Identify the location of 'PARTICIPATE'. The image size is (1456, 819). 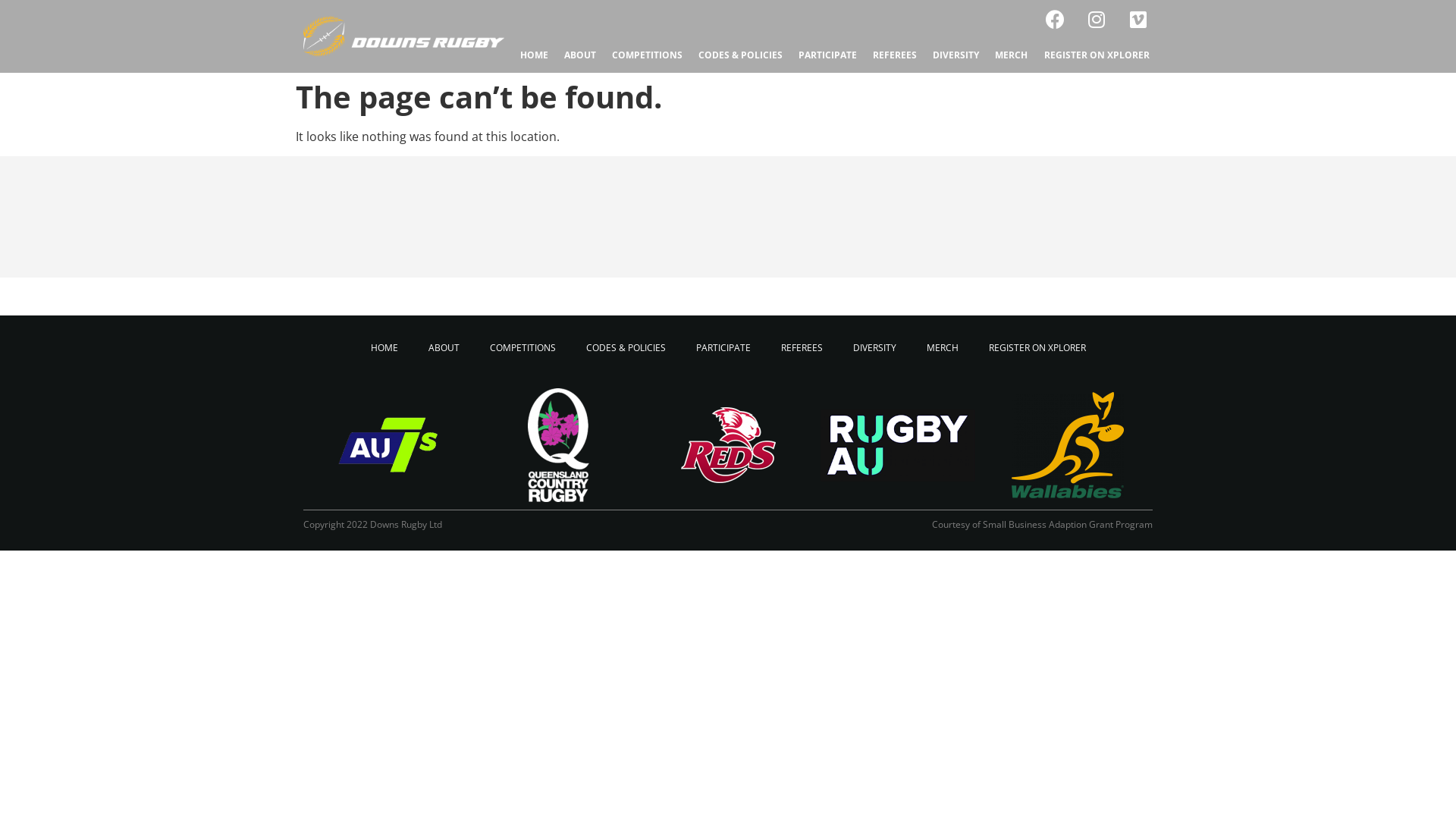
(723, 348).